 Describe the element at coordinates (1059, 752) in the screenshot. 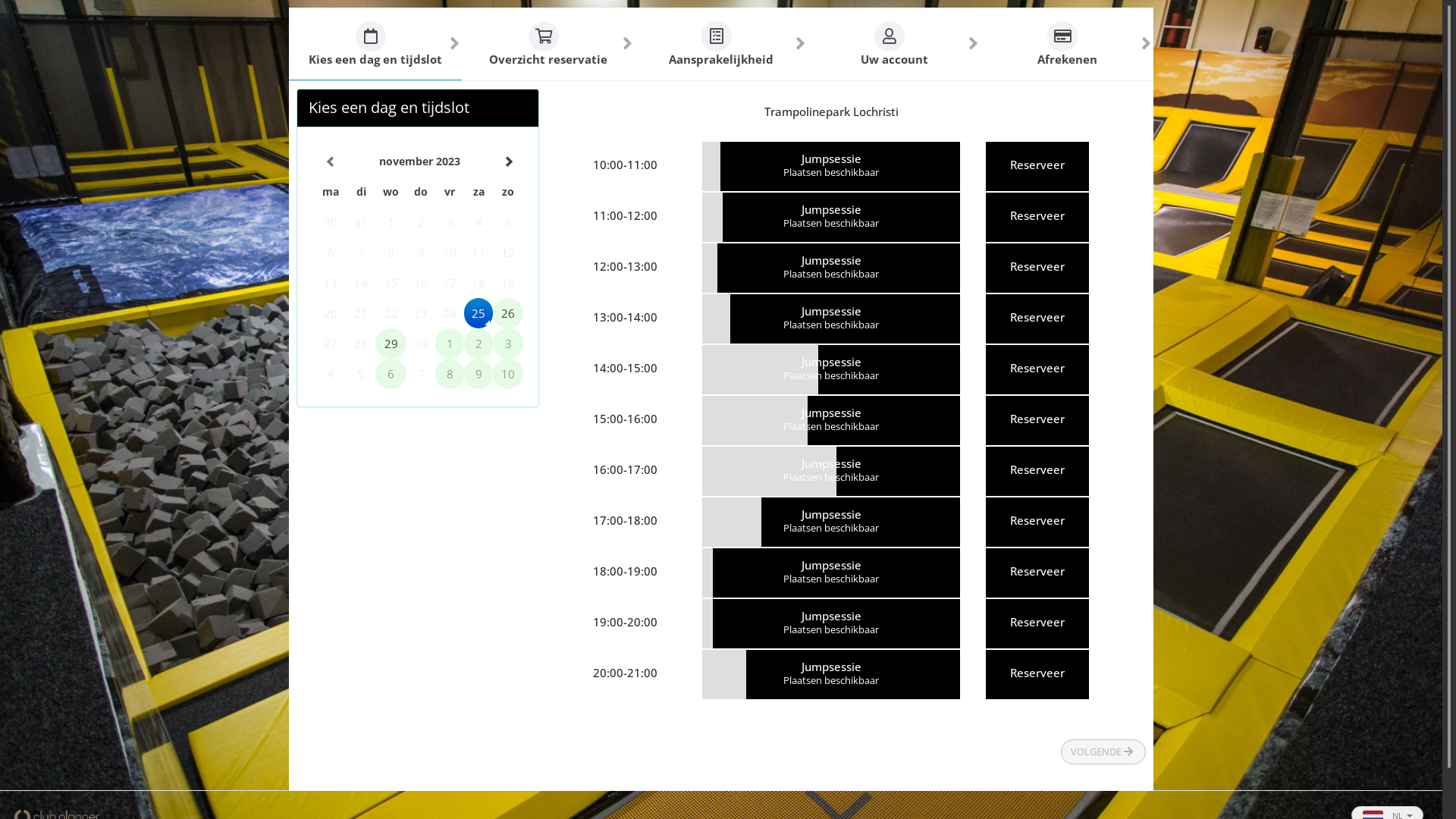

I see `'VOLGENDE'` at that location.